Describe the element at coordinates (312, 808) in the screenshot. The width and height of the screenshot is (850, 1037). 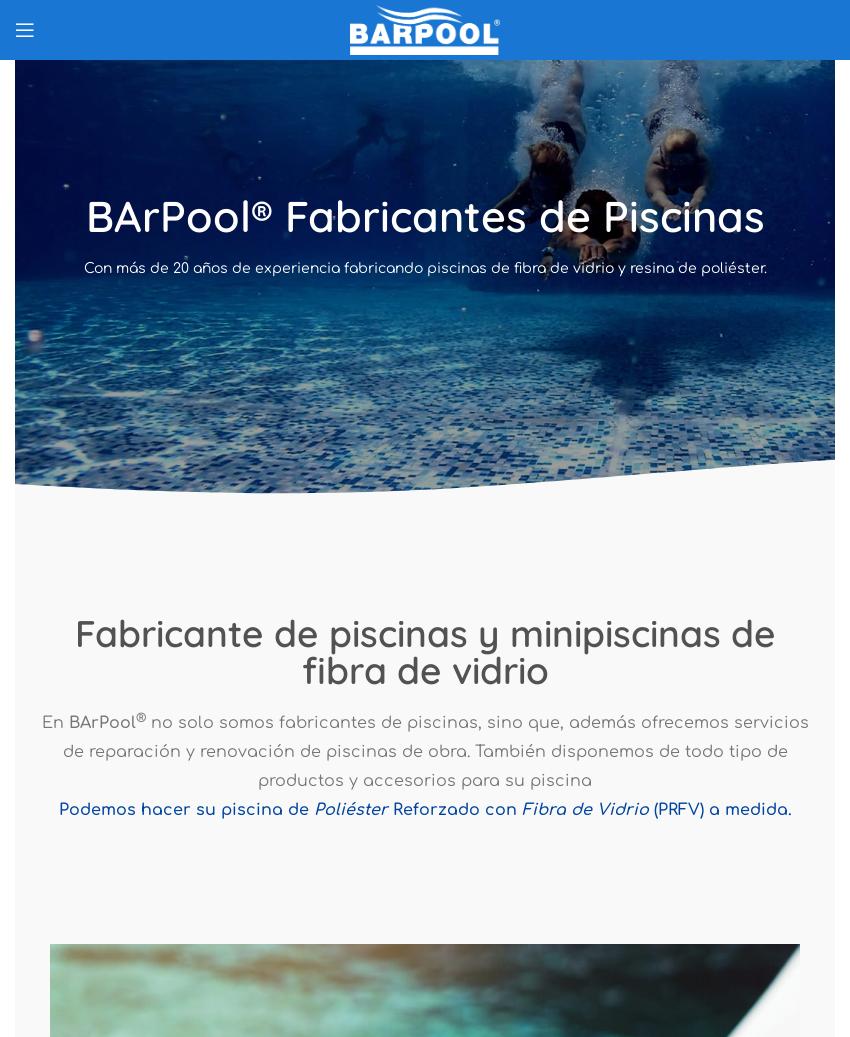
I see `'Poliéster'` at that location.